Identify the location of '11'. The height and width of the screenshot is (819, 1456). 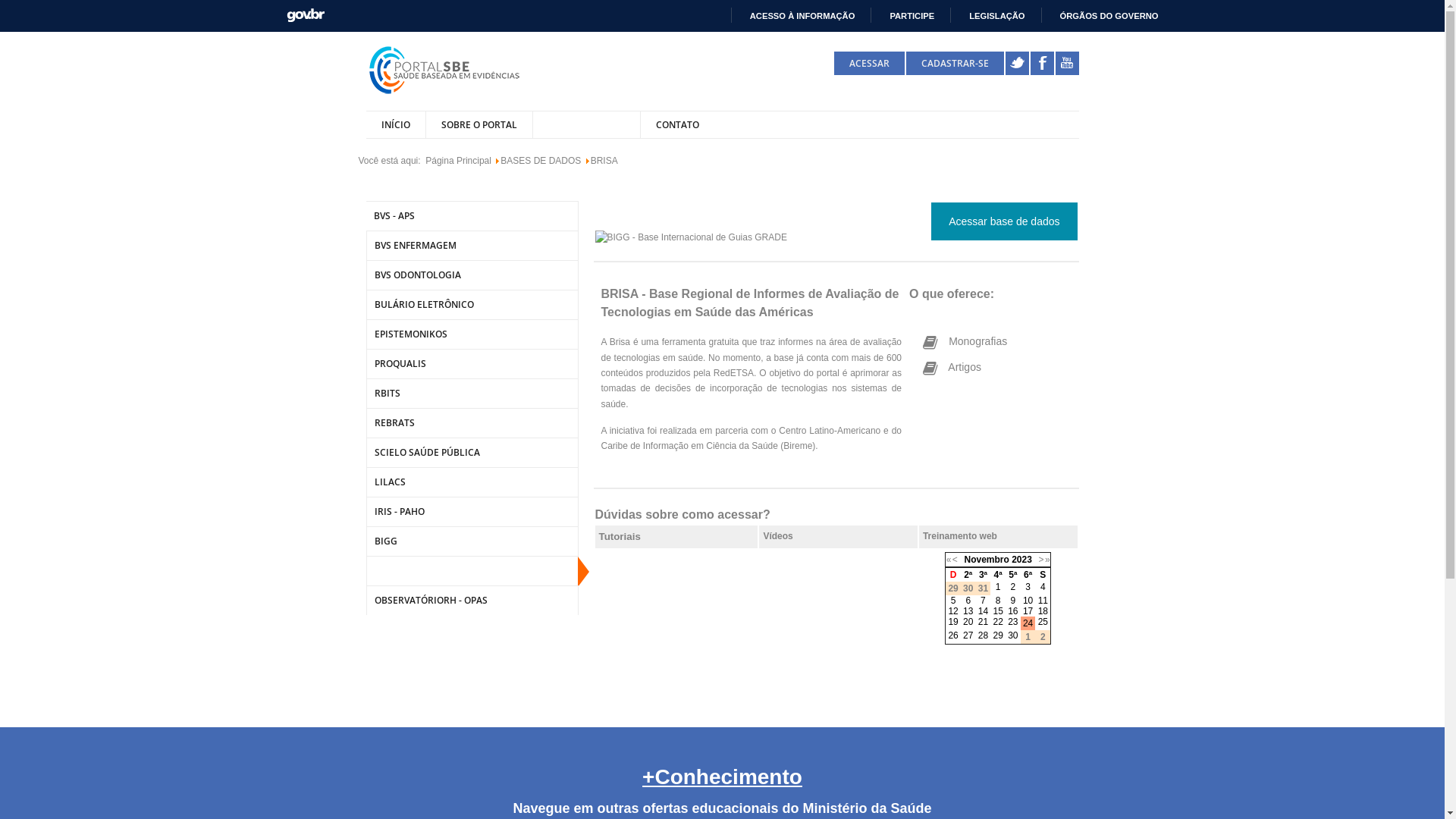
(1042, 599).